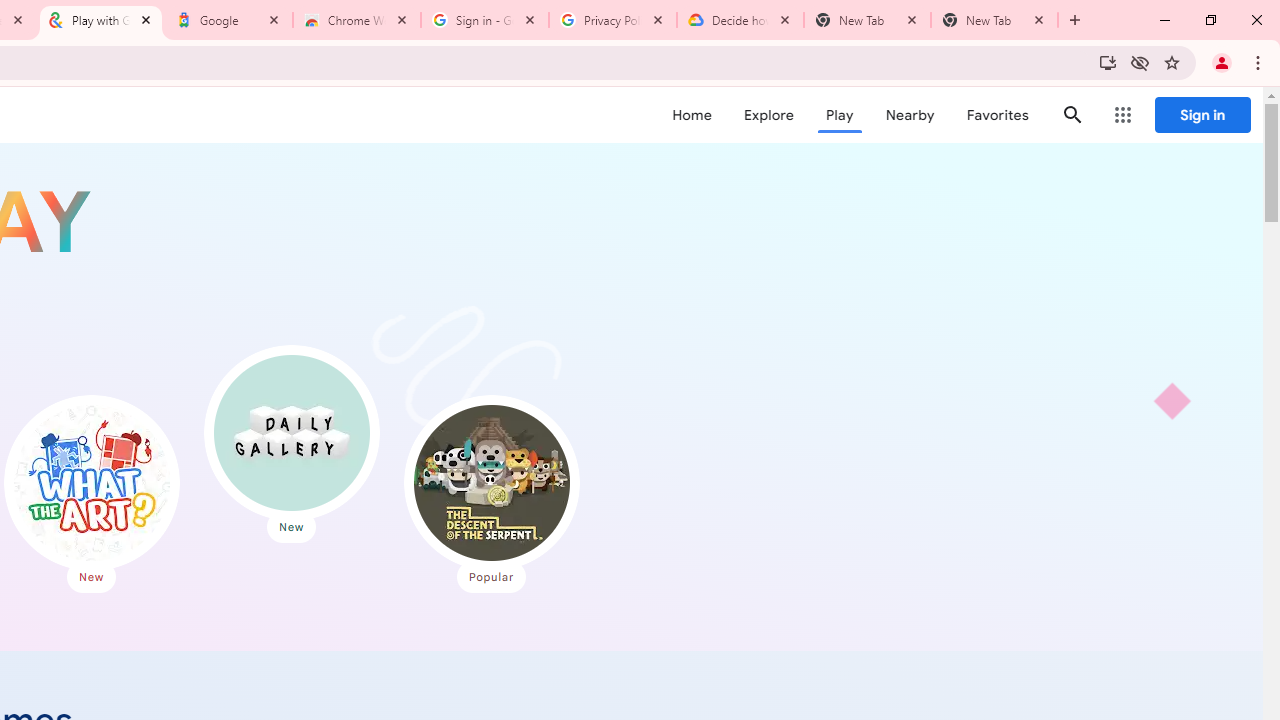 The width and height of the screenshot is (1280, 720). I want to click on 'The Descent of the Serpent', so click(491, 483).